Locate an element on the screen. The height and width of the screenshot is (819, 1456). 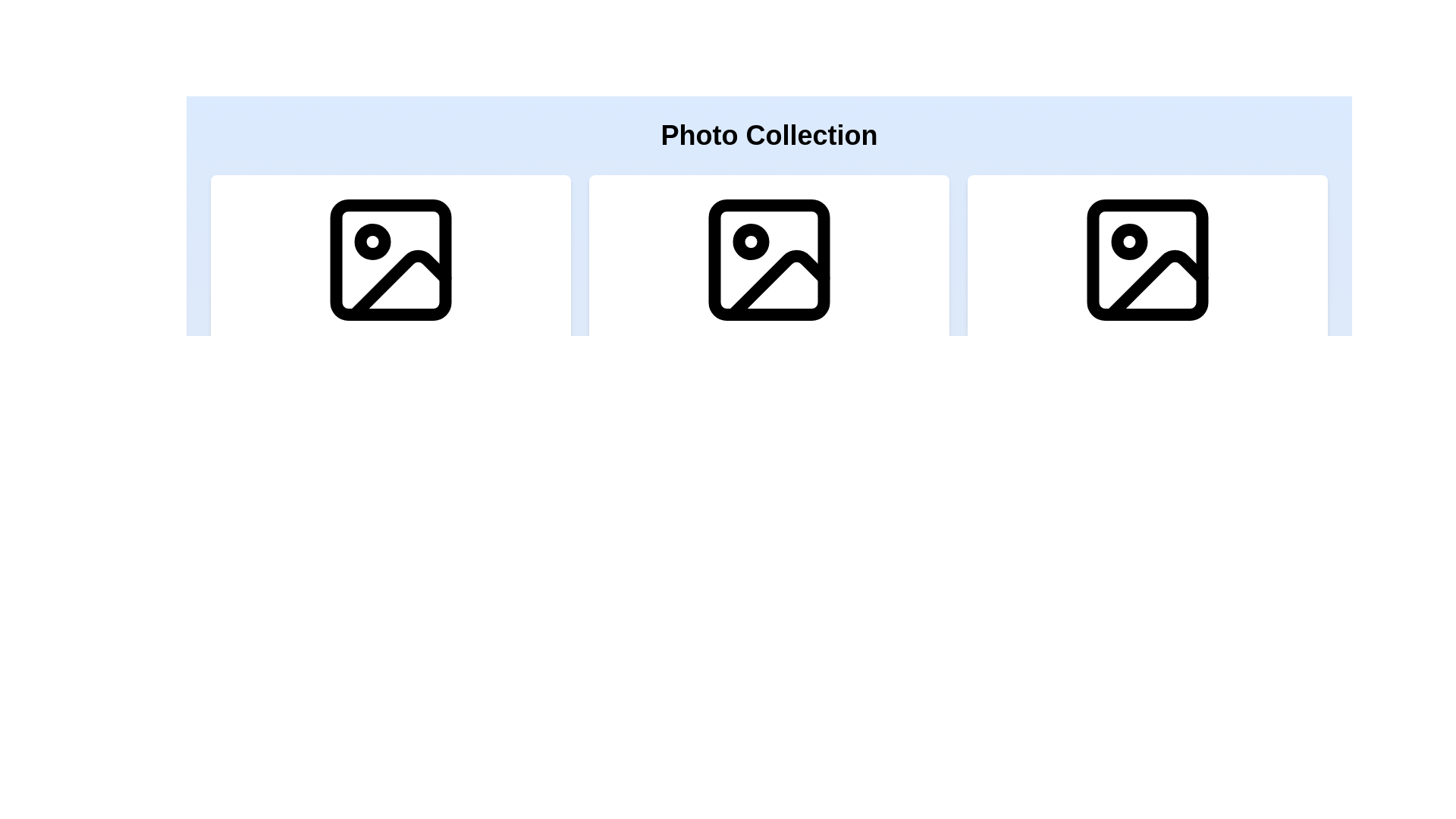
the first photo collection icon is located at coordinates (391, 259).